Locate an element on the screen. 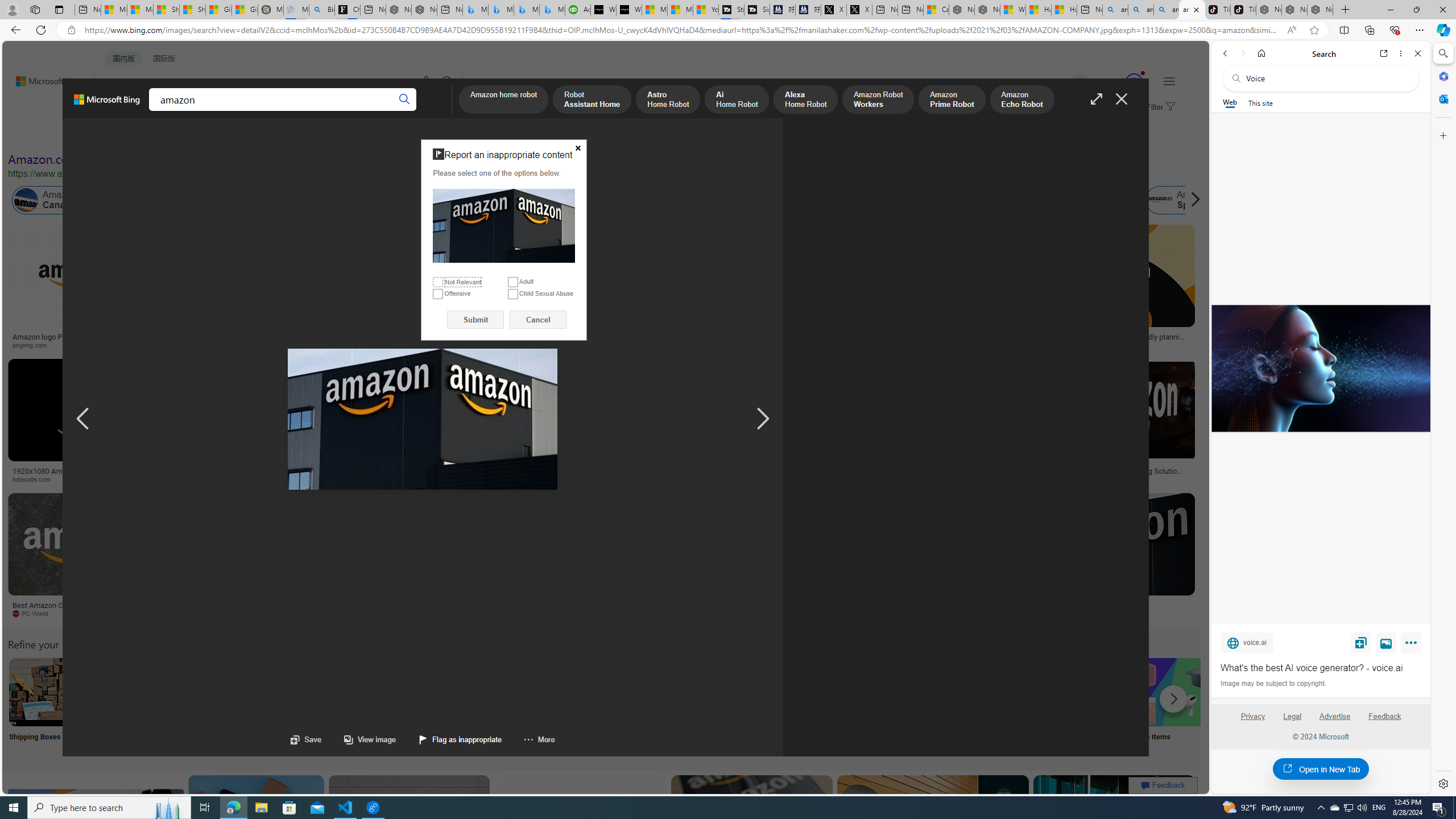 The image size is (1456, 819). 'Bing Real Estate - Home sales and rental listings' is located at coordinates (321, 9).